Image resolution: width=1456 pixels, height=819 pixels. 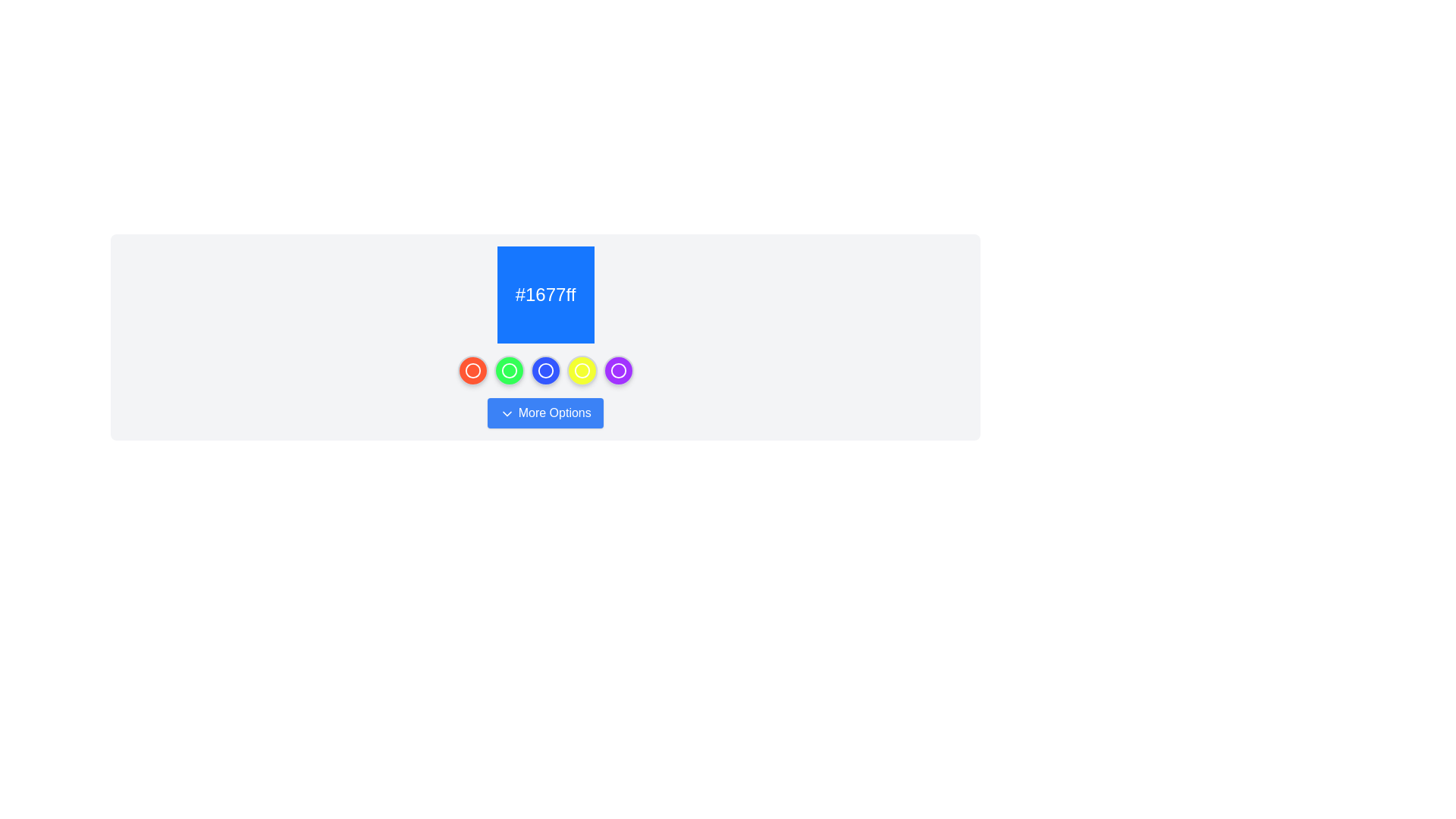 I want to click on the circular purple icon located on the far right of the row of circular icons, so click(x=618, y=371).